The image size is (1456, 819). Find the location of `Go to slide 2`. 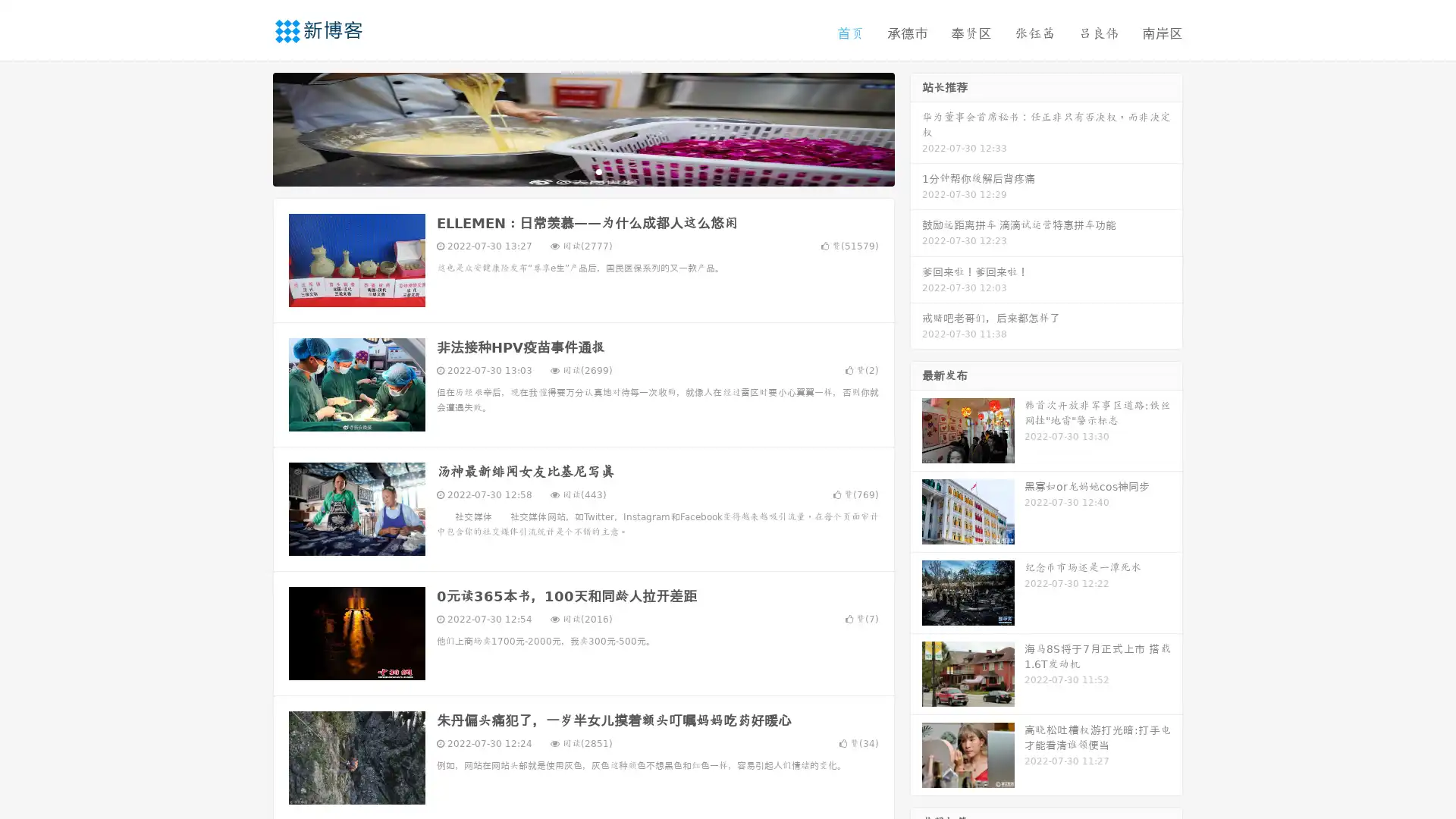

Go to slide 2 is located at coordinates (582, 171).